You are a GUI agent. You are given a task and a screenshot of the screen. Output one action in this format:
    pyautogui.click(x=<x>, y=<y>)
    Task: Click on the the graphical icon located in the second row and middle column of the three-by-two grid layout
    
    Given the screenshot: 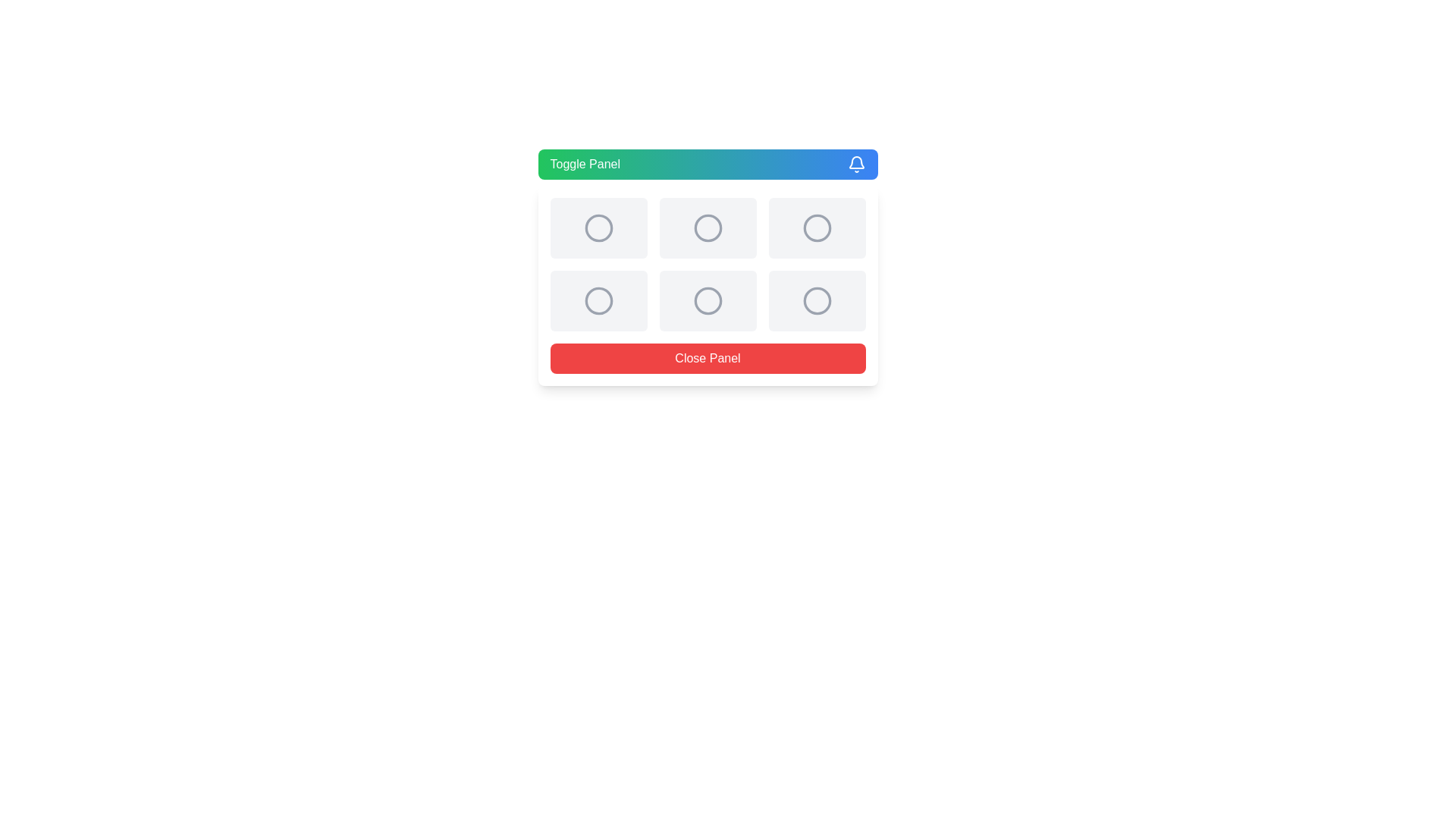 What is the action you would take?
    pyautogui.click(x=707, y=227)
    